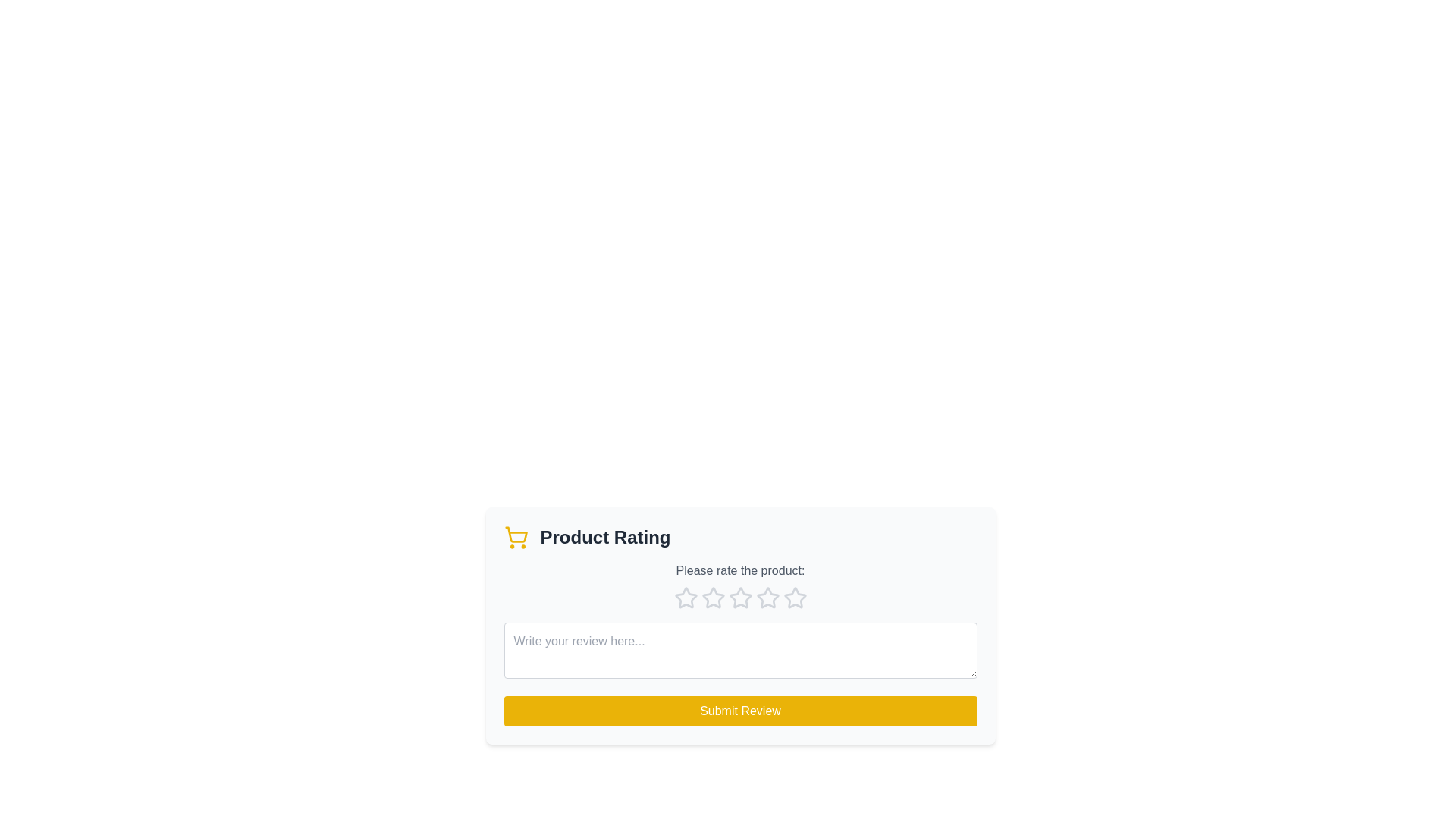  Describe the element at coordinates (740, 570) in the screenshot. I see `the text element that reads 'Please rate the product:' located within the 'Product Rating' section, positioned below the section title and above the star icons` at that location.